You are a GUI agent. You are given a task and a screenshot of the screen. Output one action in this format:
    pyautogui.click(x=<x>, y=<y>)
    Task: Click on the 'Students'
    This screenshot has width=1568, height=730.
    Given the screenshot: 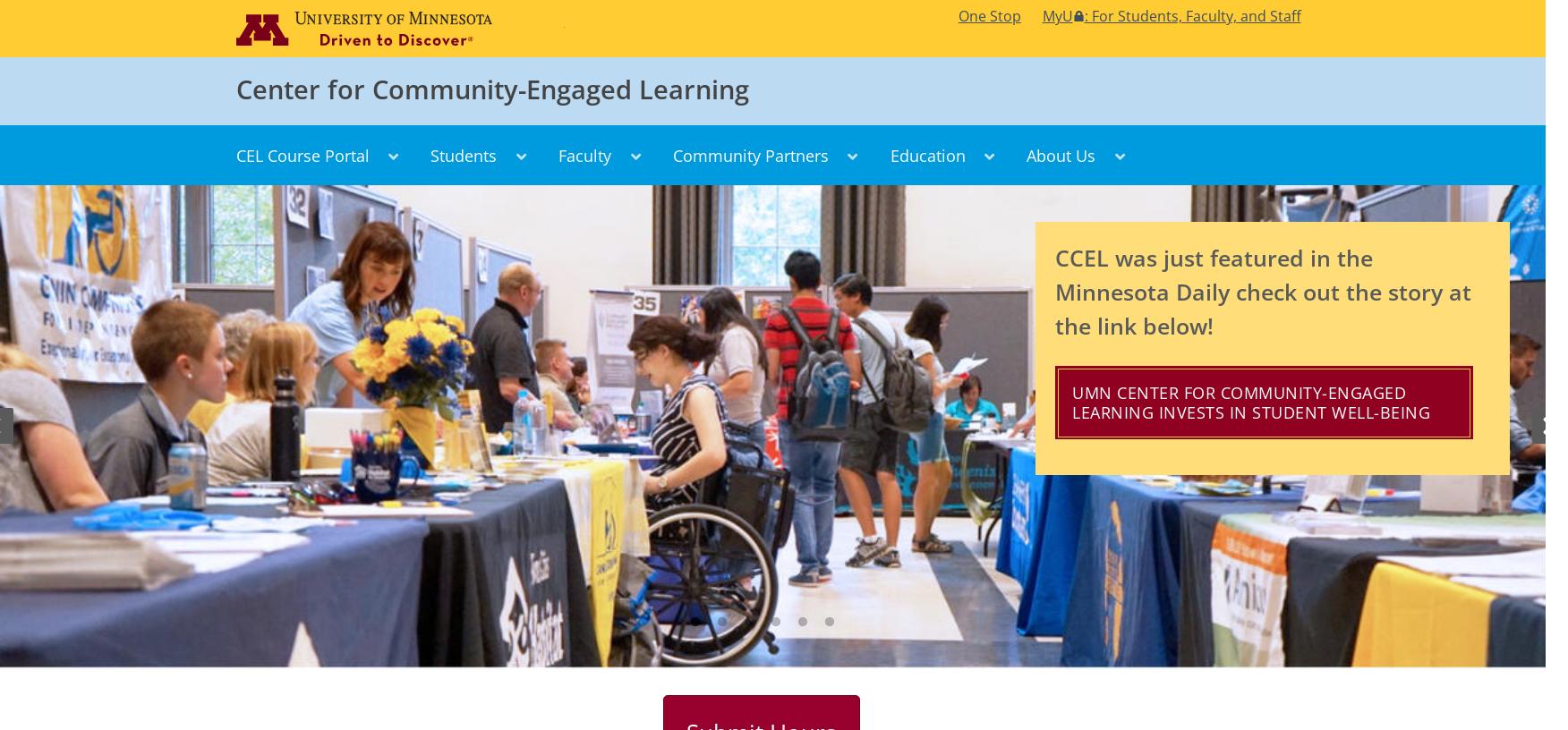 What is the action you would take?
    pyautogui.click(x=463, y=154)
    